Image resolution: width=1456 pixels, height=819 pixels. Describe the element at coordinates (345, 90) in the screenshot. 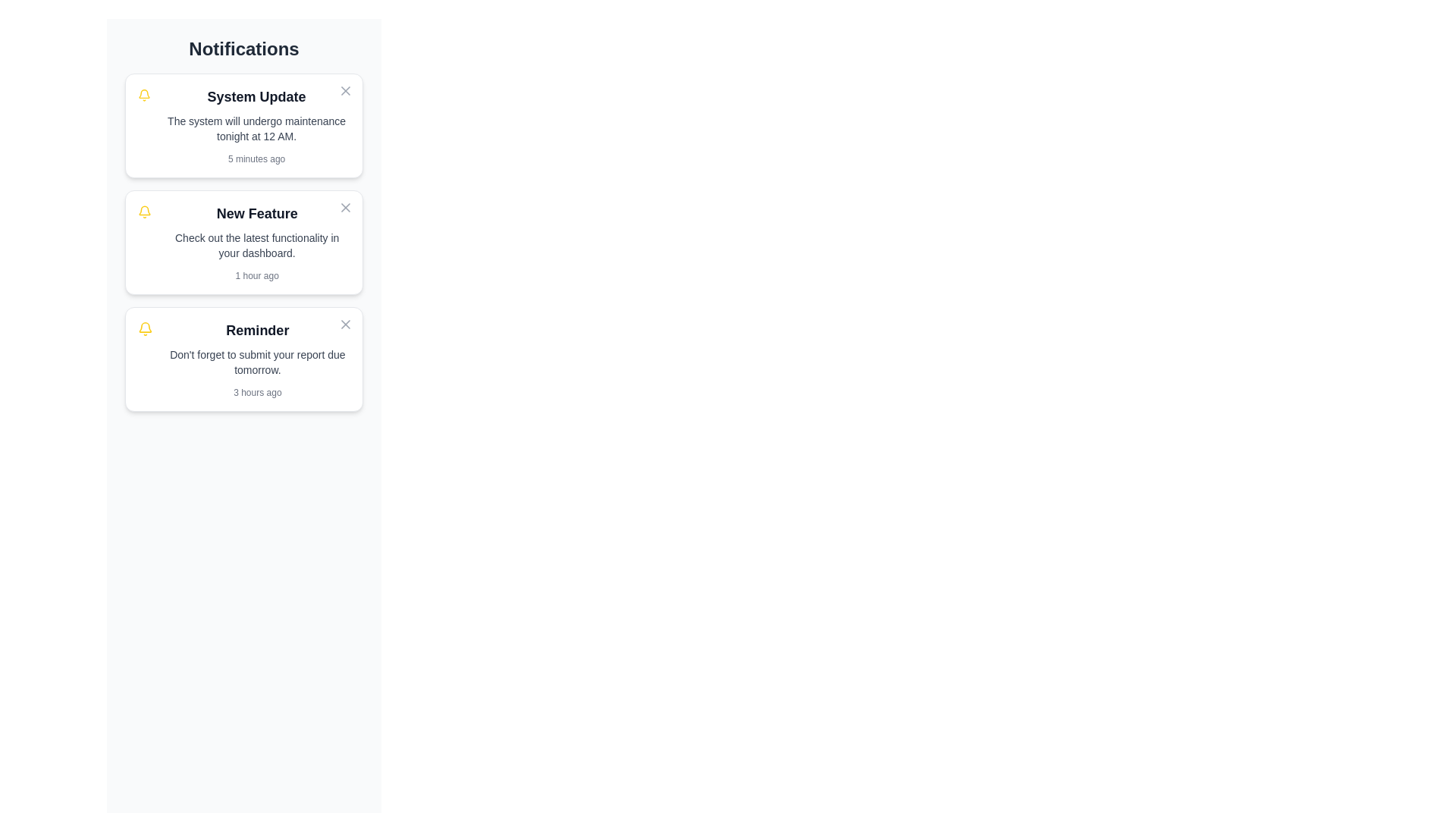

I see `the close button shaped like the letter 'X' located in the top-right corner of the first notification card next to the title 'System Update'` at that location.